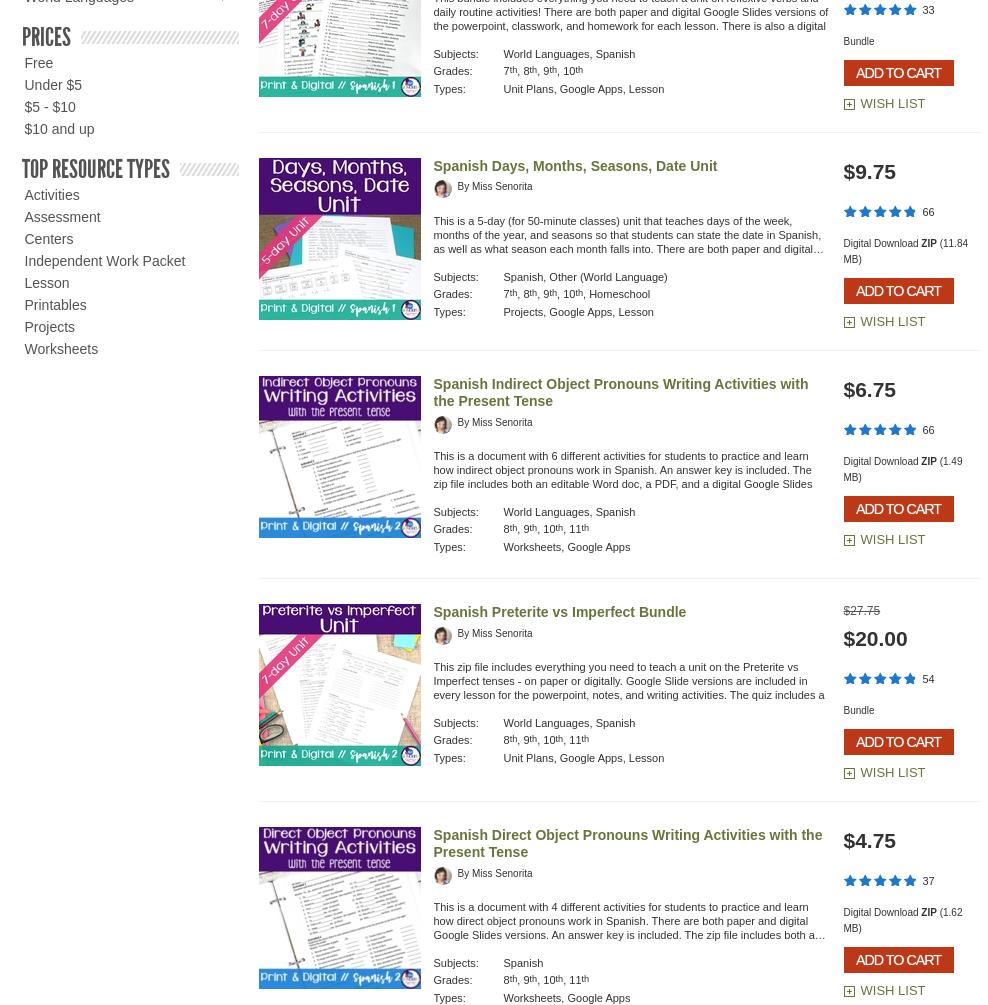 The height and width of the screenshot is (1005, 988). What do you see at coordinates (37, 63) in the screenshot?
I see `'Free'` at bounding box center [37, 63].